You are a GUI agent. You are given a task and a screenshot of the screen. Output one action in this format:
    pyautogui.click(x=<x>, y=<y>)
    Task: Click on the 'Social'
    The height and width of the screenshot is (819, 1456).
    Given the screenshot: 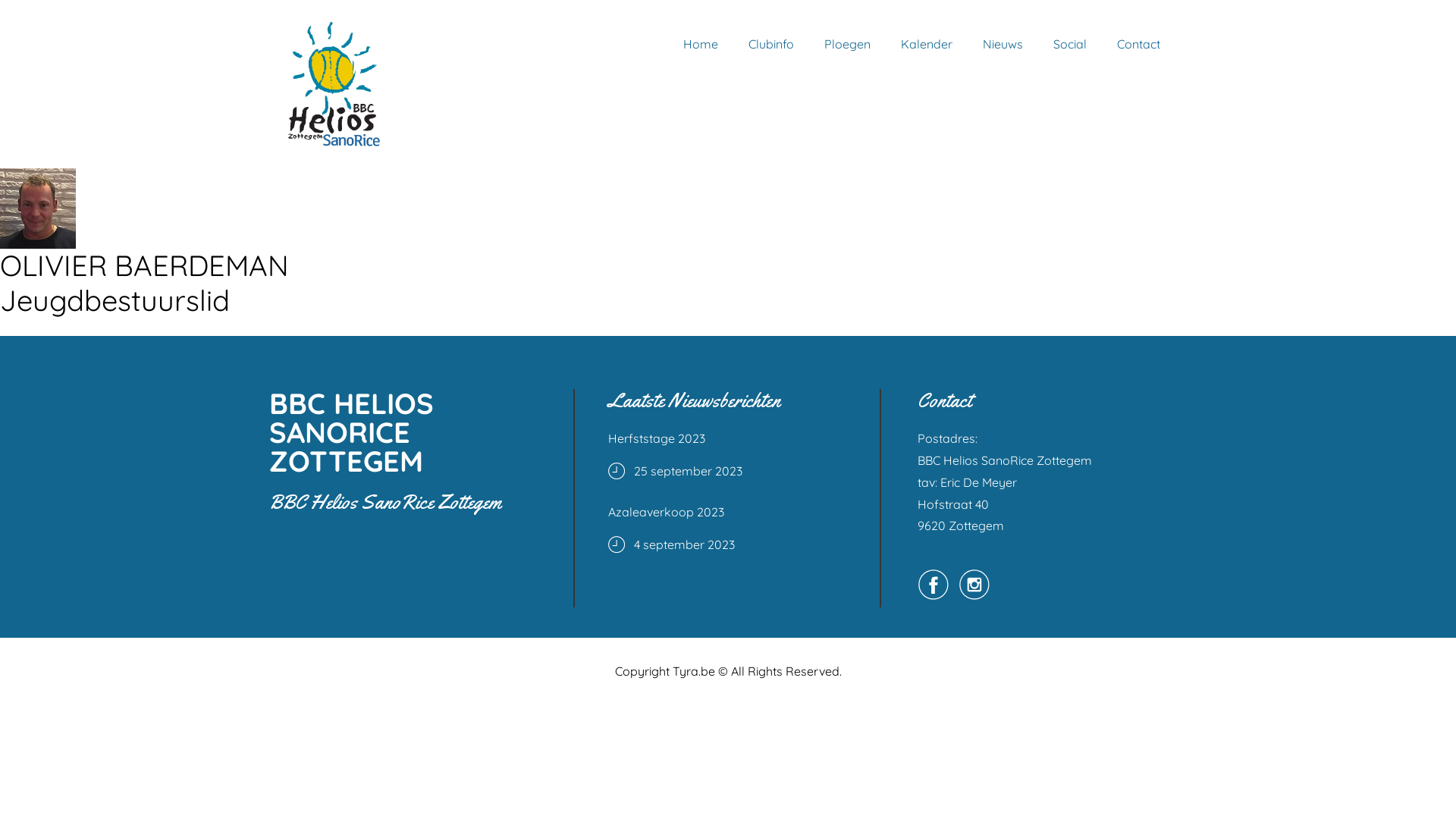 What is the action you would take?
    pyautogui.click(x=1069, y=42)
    